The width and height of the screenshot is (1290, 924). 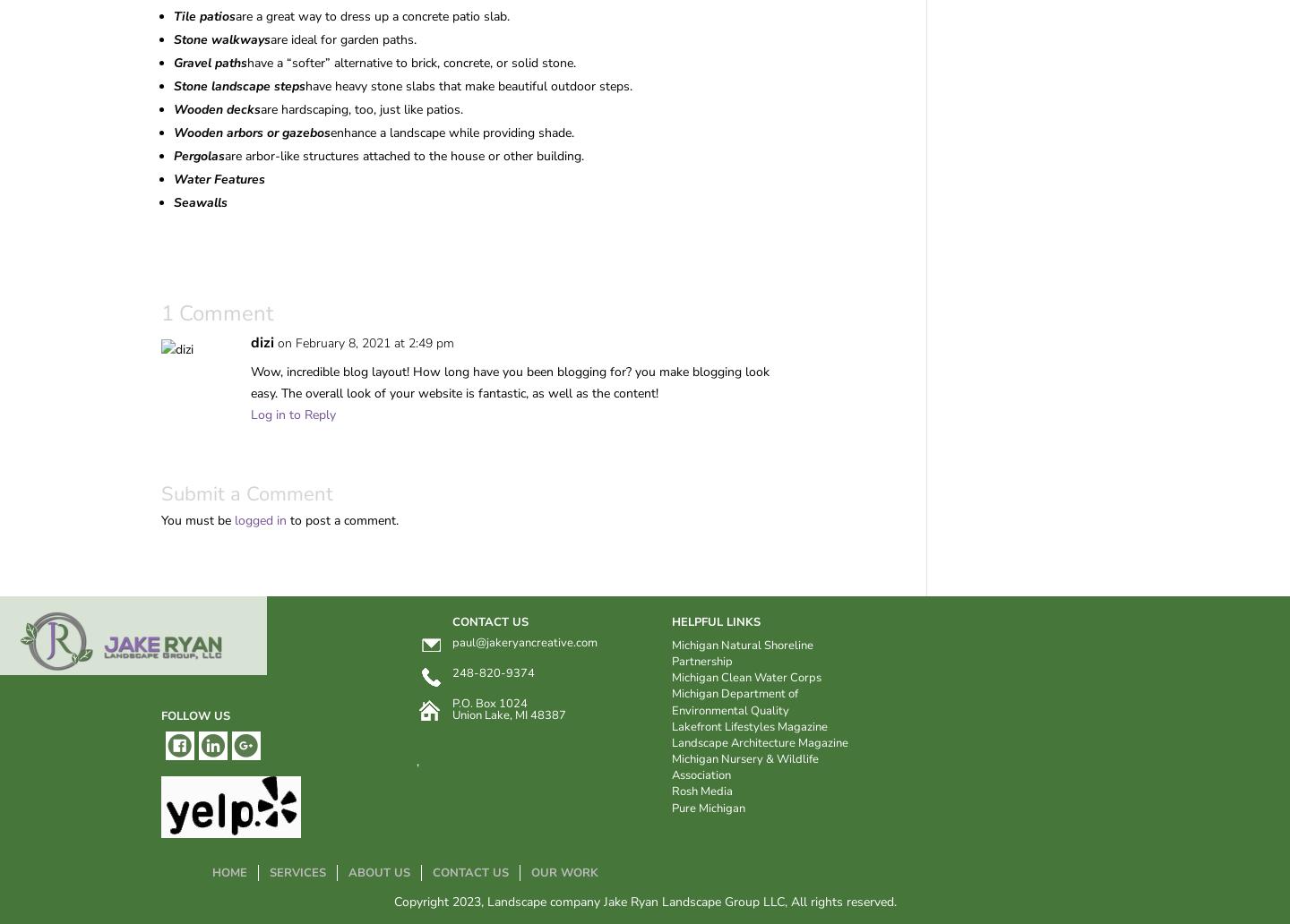 I want to click on 'enhance a landscape while providing shade.', so click(x=451, y=132).